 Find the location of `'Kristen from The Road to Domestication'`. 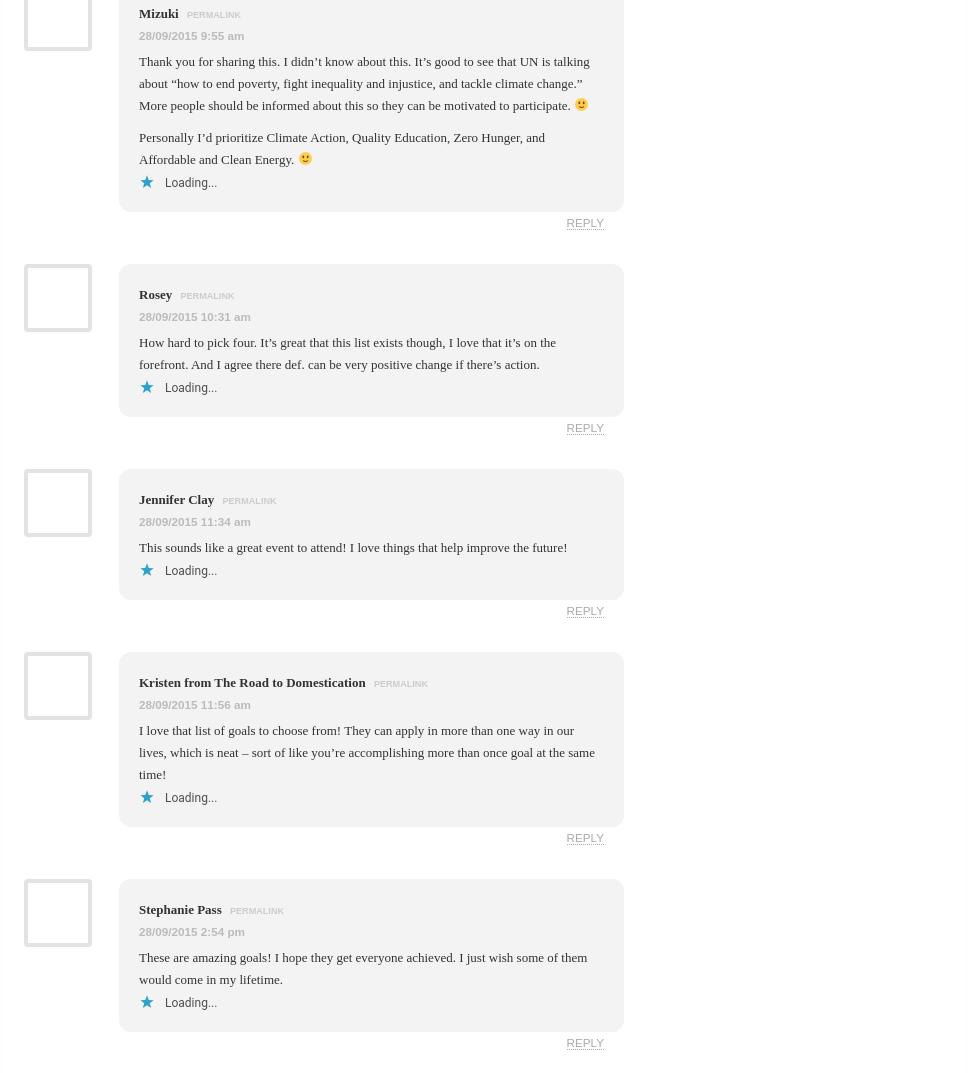

'Kristen from The Road to Domestication' is located at coordinates (253, 681).